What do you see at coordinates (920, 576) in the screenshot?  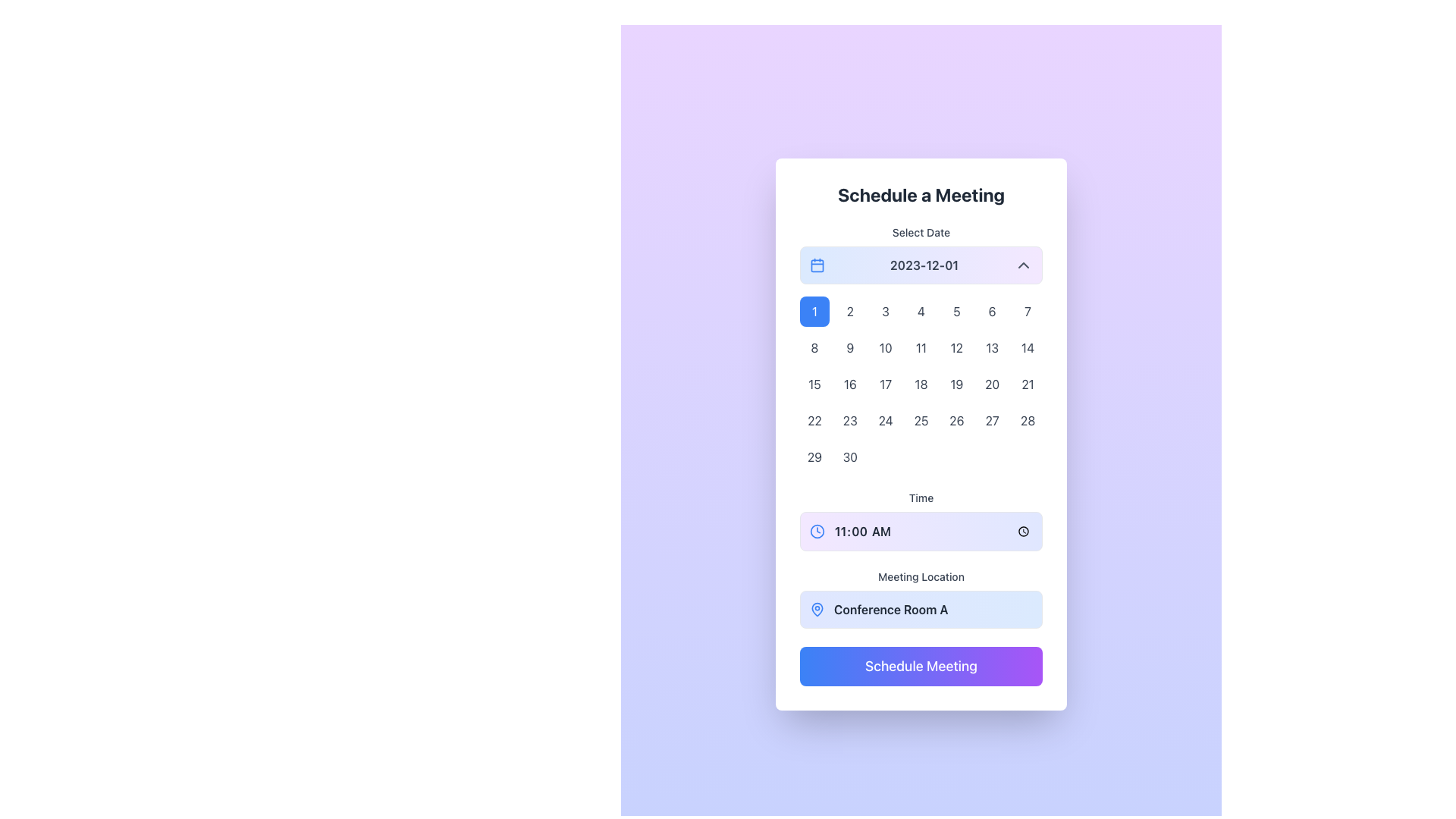 I see `the Label indicating the meeting location, which is positioned above the adjacent input field with a gradient background` at bounding box center [920, 576].